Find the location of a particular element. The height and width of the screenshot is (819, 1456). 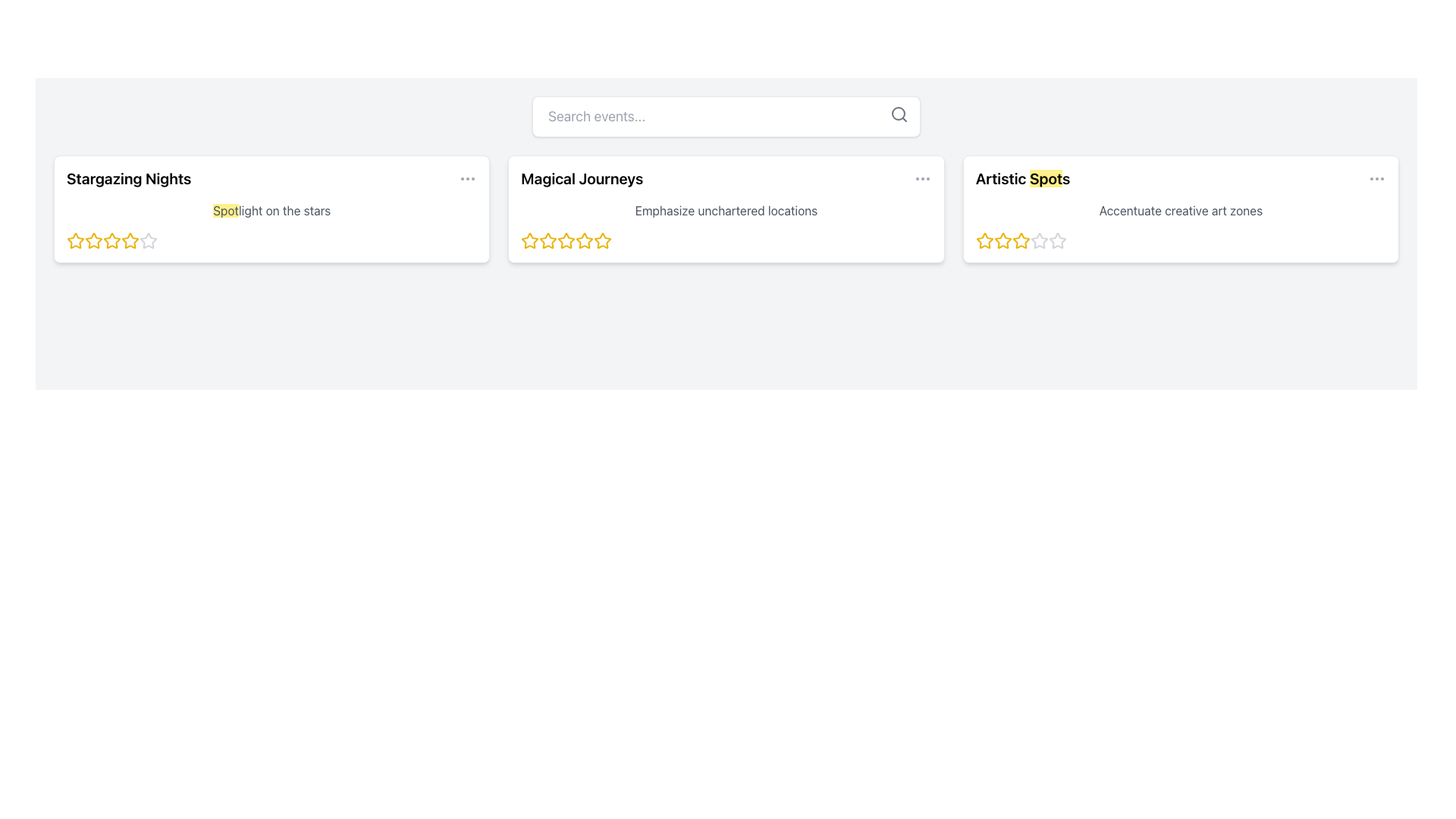

the gray ellipsis icon located in the top-right corner of the 'Artistic Spots' card is located at coordinates (1376, 177).